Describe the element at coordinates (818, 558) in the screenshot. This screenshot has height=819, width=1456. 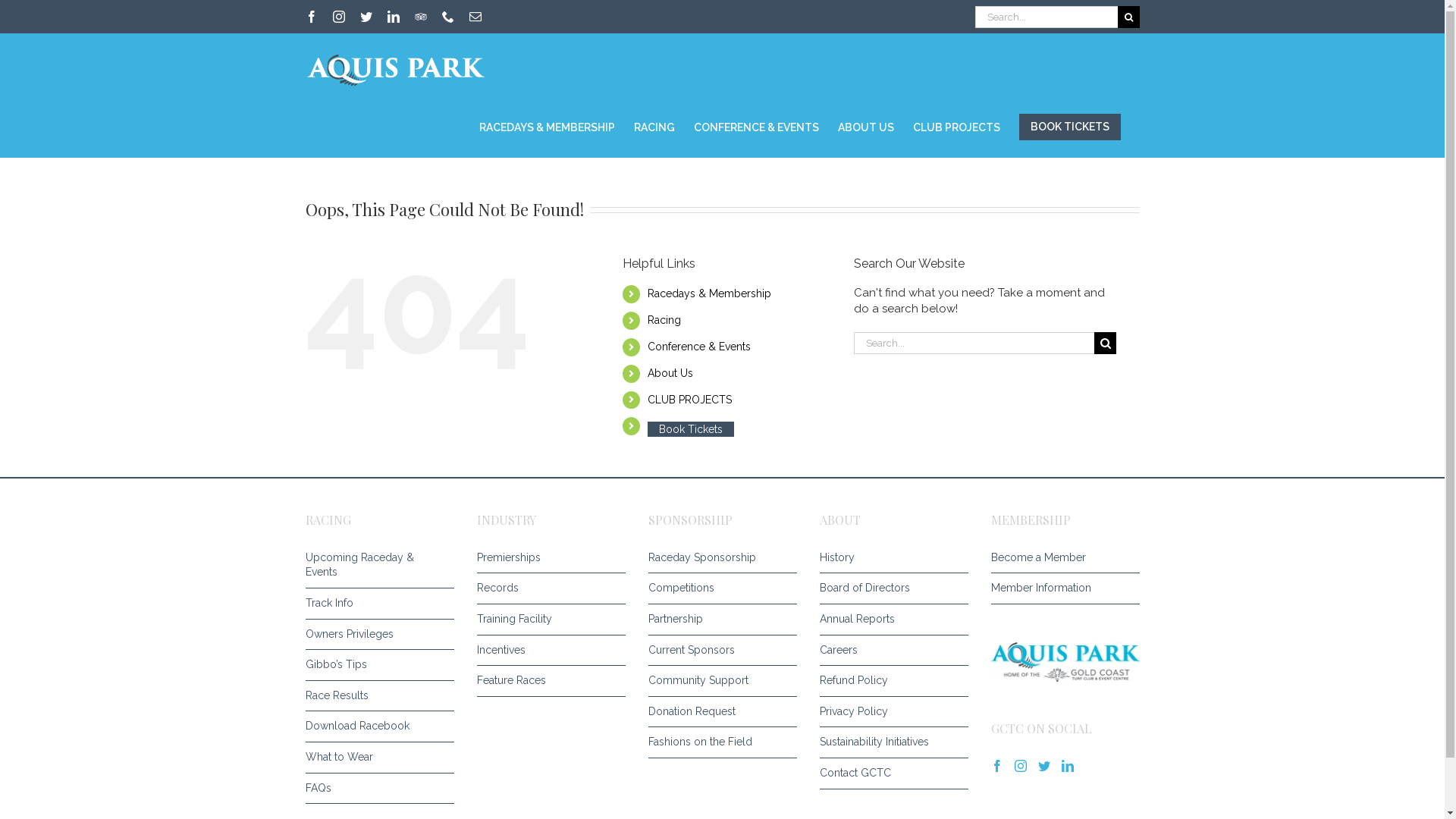
I see `'History'` at that location.